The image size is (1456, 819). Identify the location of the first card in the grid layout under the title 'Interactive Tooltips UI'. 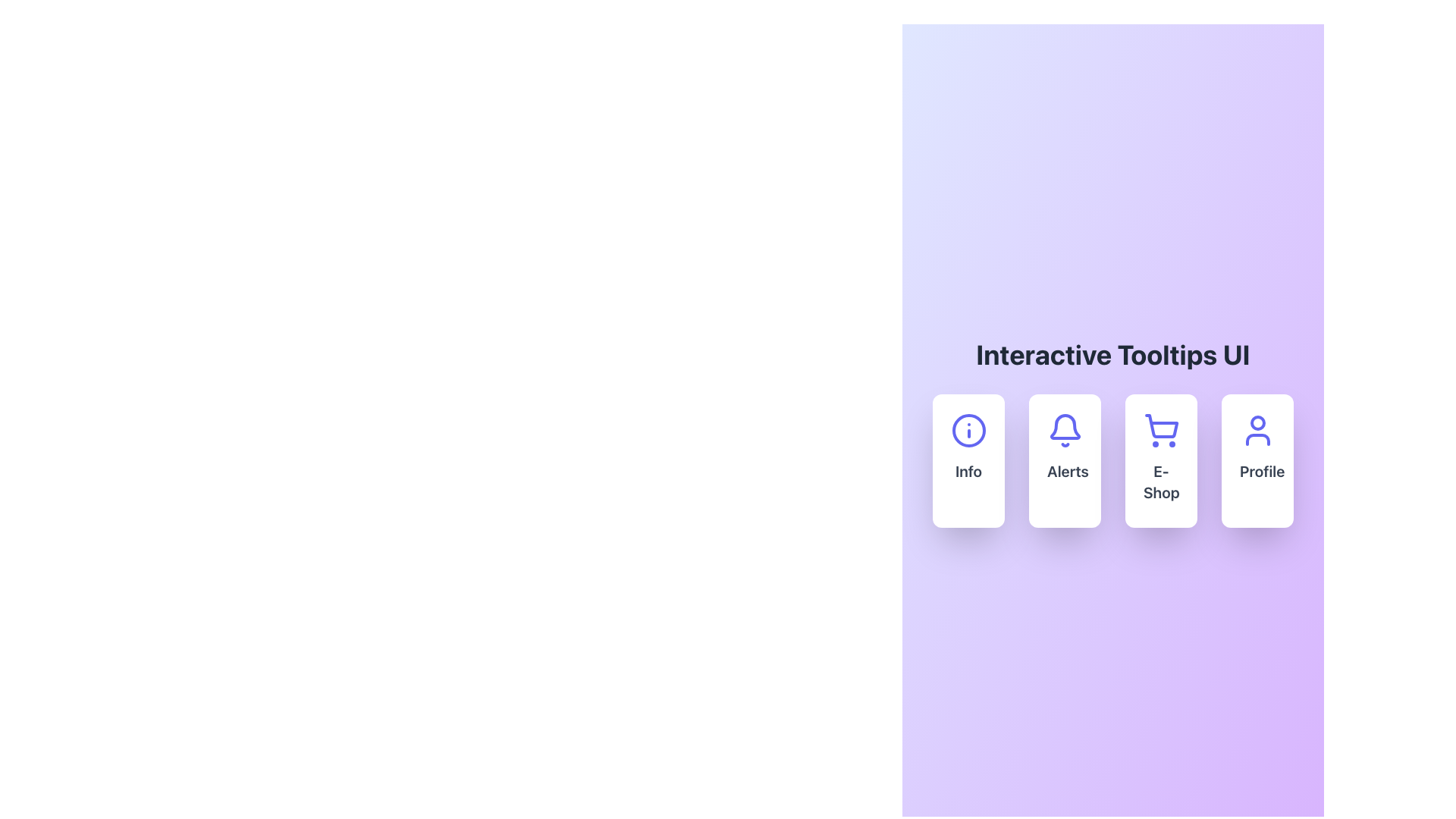
(968, 460).